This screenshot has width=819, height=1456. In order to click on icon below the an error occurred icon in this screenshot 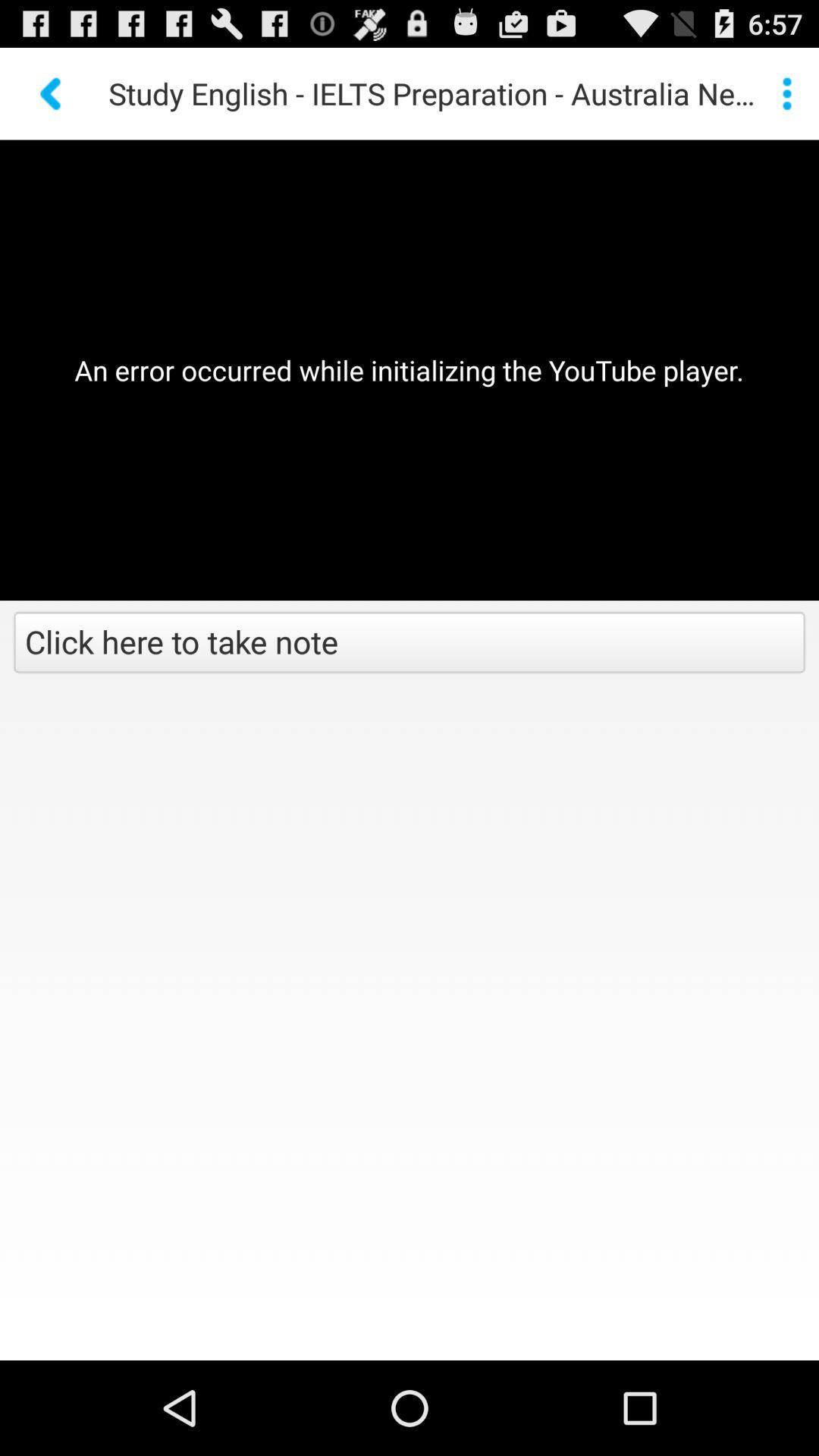, I will do `click(409, 644)`.